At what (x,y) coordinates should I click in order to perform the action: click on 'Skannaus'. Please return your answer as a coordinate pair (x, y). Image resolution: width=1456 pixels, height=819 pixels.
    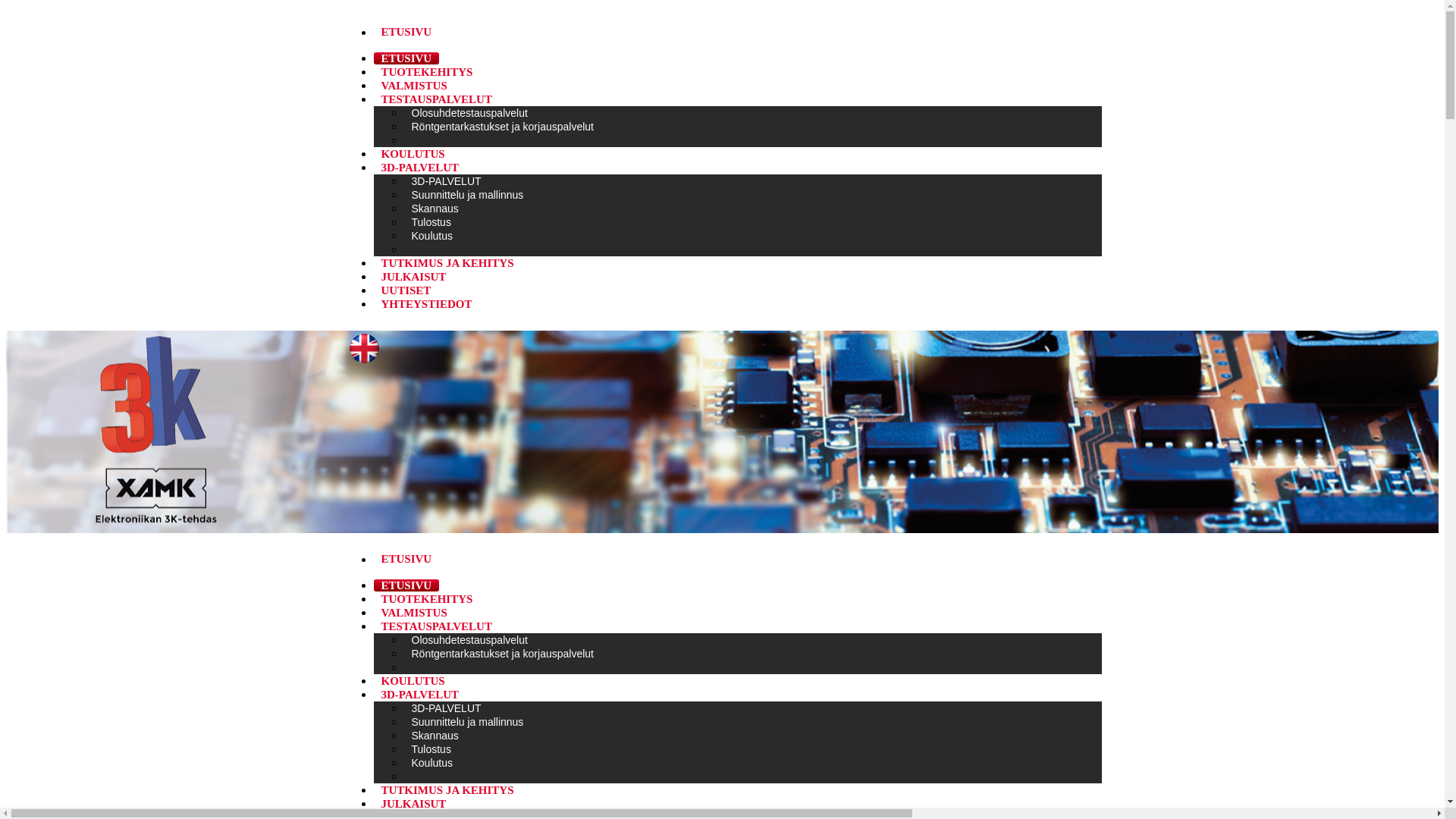
    Looking at the image, I should click on (433, 734).